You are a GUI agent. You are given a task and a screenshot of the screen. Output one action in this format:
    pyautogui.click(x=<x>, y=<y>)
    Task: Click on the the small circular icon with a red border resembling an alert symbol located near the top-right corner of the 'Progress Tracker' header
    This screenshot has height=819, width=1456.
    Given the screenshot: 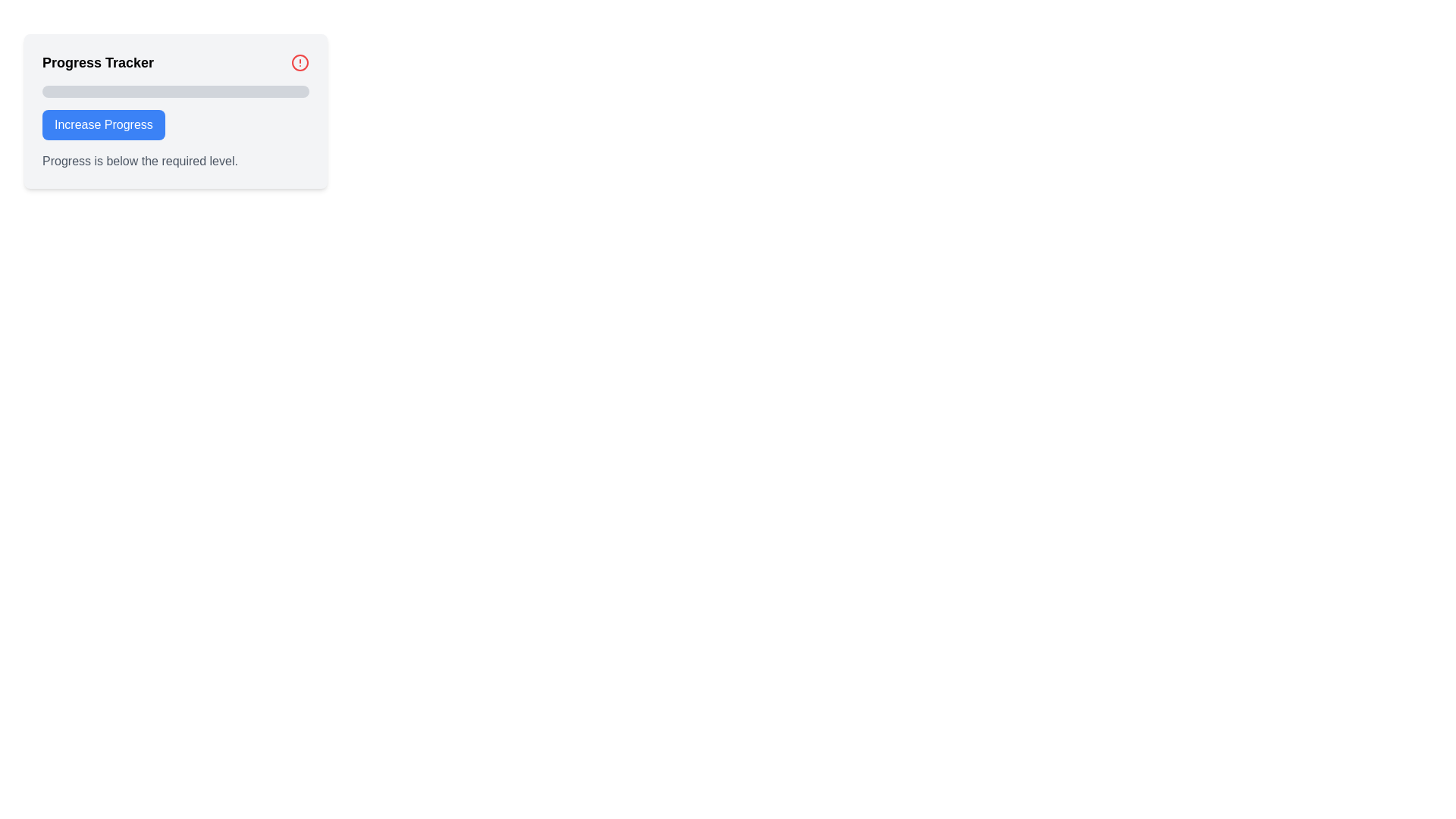 What is the action you would take?
    pyautogui.click(x=300, y=62)
    